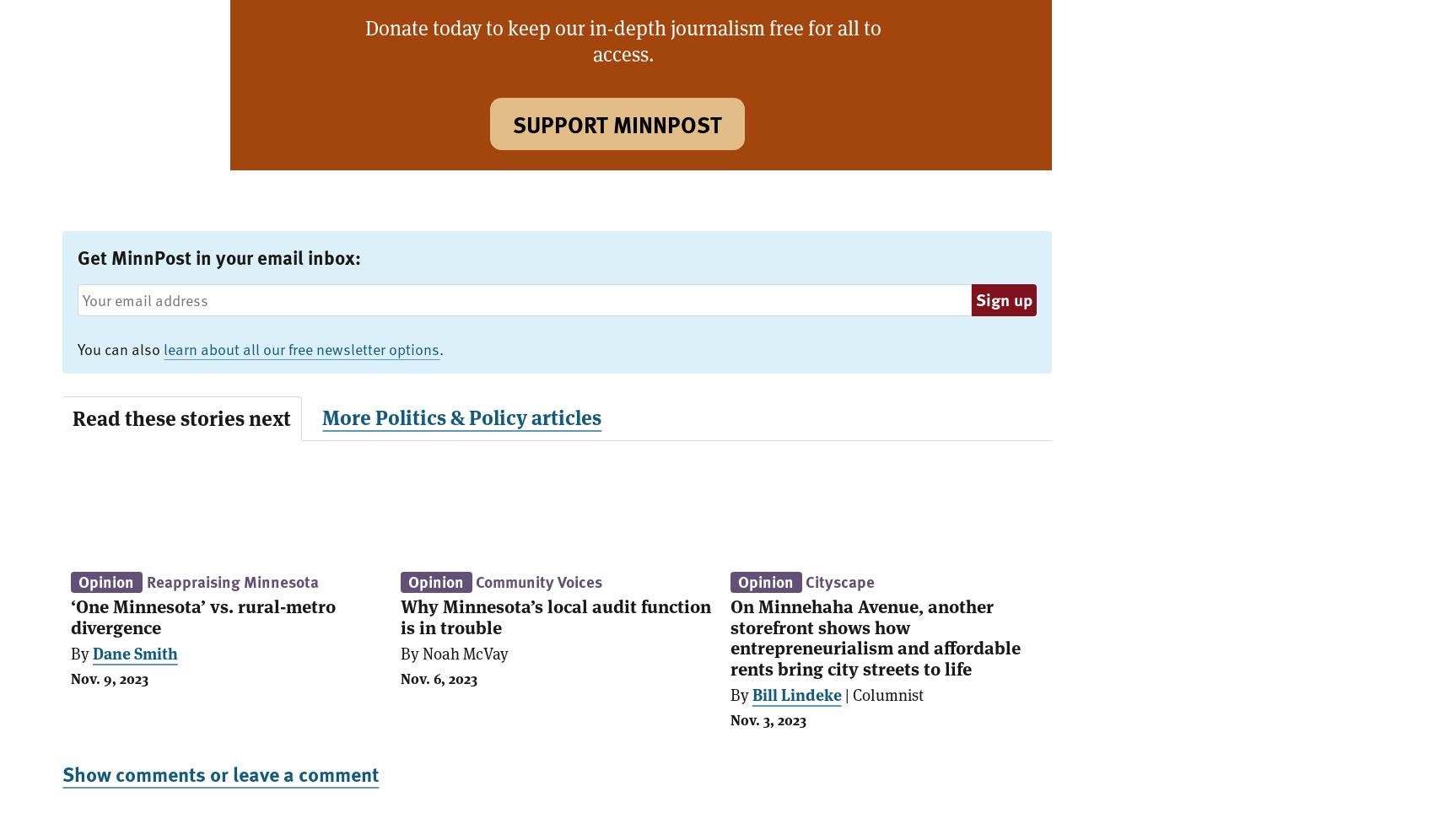 This screenshot has width=1434, height=840. I want to click on 'Cityscape', so click(839, 581).